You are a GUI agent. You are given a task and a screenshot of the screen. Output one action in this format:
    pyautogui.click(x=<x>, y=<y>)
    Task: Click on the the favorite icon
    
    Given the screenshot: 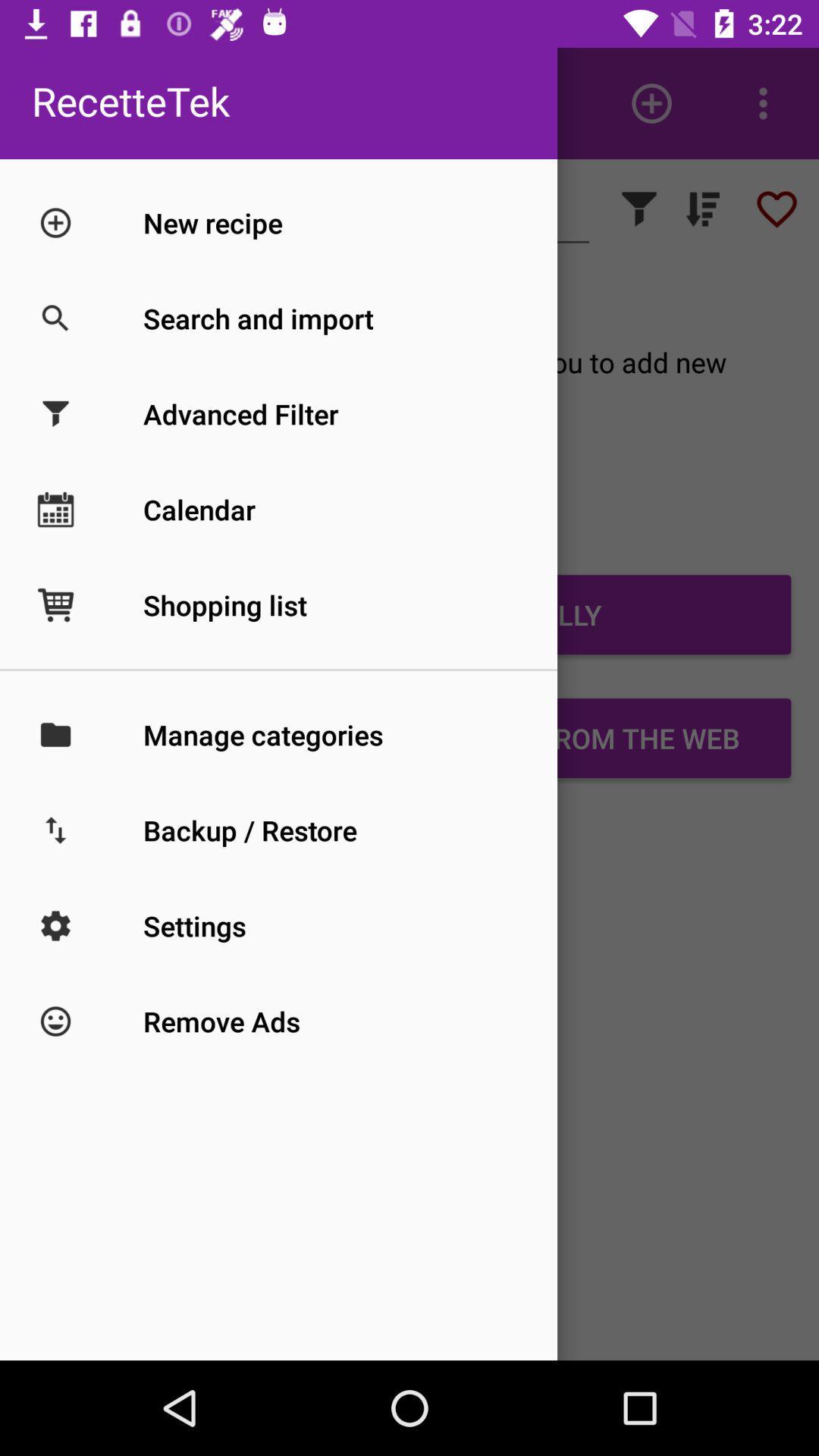 What is the action you would take?
    pyautogui.click(x=777, y=208)
    